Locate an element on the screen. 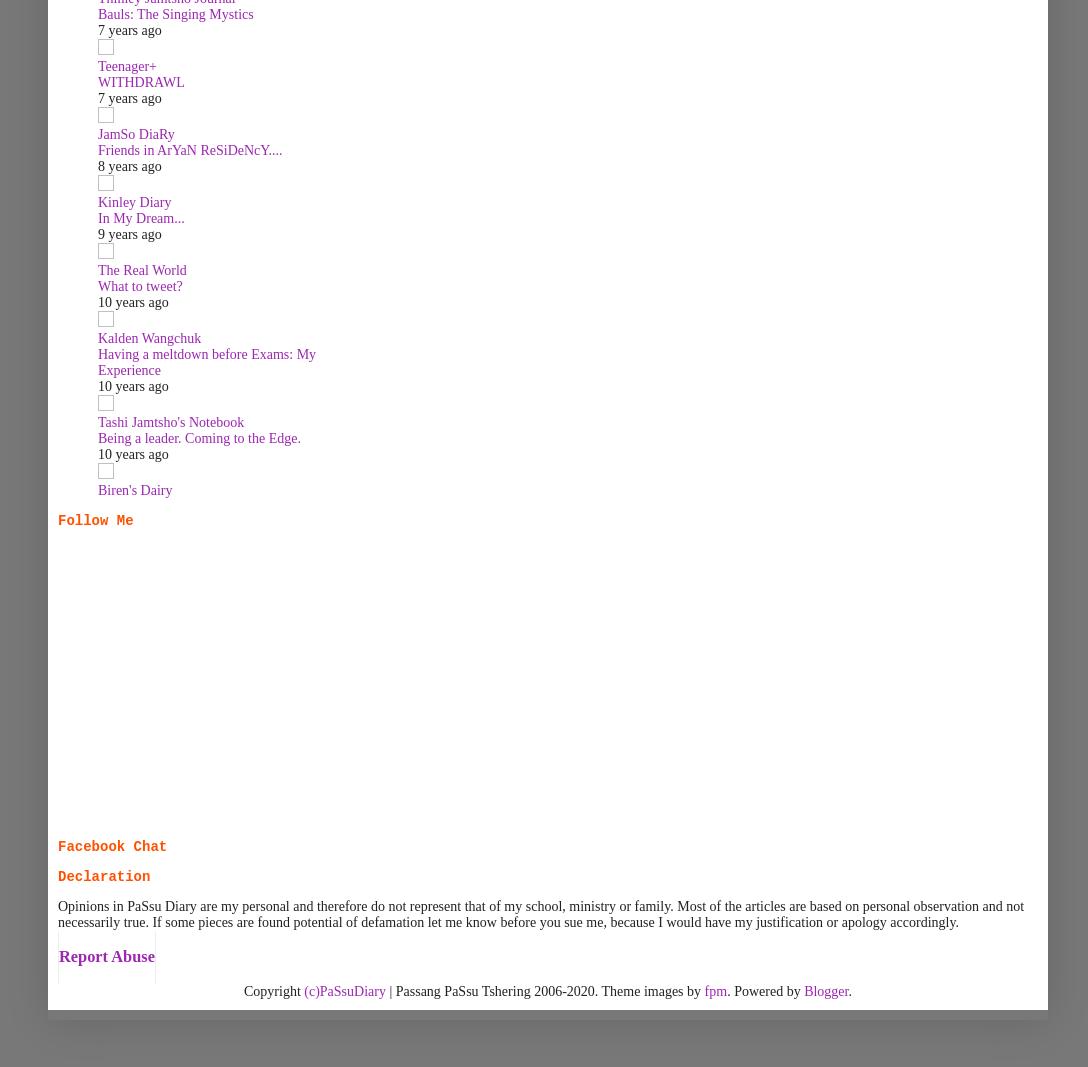 The height and width of the screenshot is (1067, 1088). '| Passang PaSsu Tshering 2006-2020. Theme images by' is located at coordinates (544, 990).